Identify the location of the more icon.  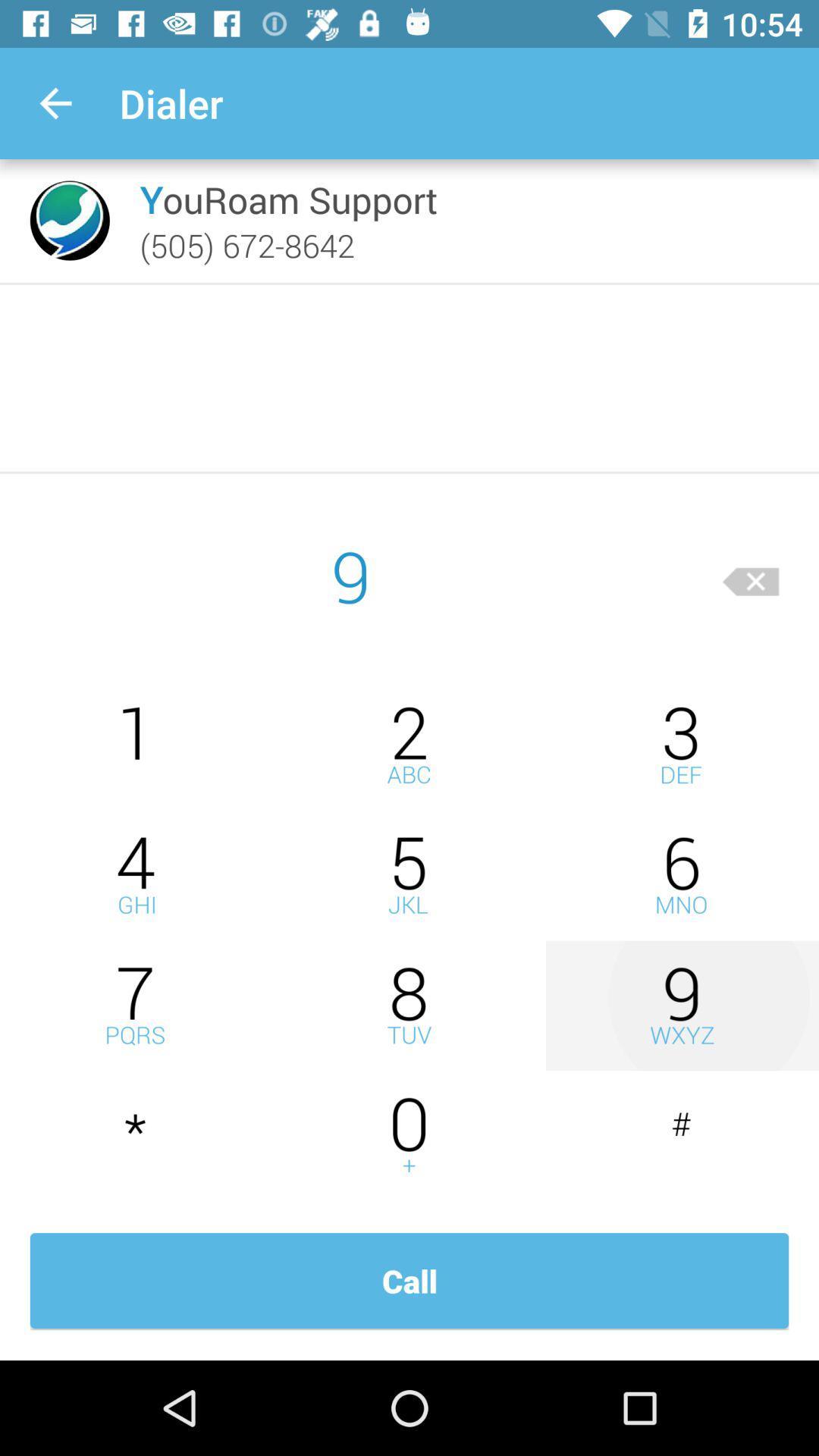
(409, 1006).